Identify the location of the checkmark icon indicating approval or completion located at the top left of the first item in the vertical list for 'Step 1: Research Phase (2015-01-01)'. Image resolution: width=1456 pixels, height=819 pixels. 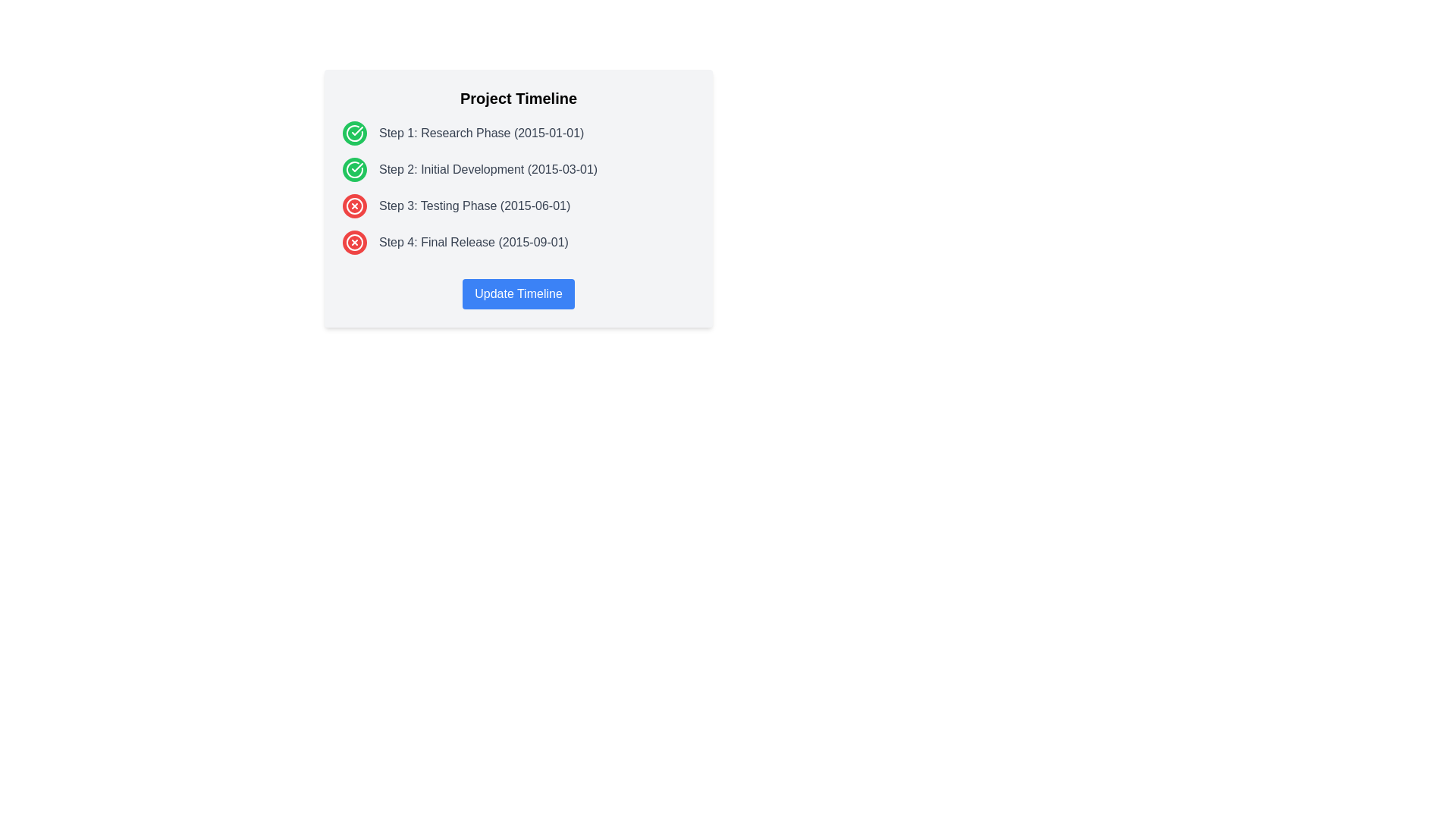
(356, 130).